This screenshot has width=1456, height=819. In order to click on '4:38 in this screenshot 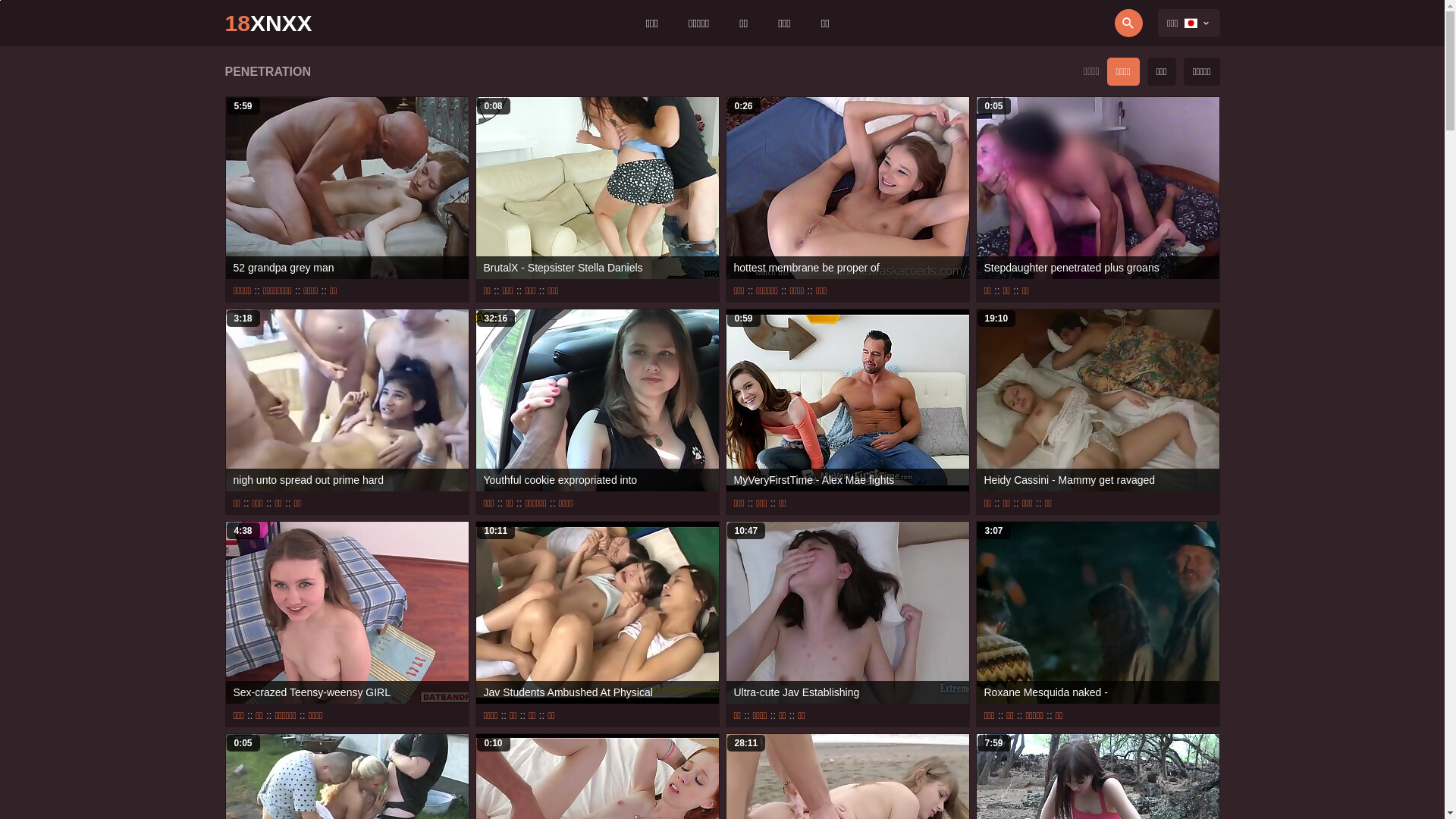, I will do `click(346, 611)`.